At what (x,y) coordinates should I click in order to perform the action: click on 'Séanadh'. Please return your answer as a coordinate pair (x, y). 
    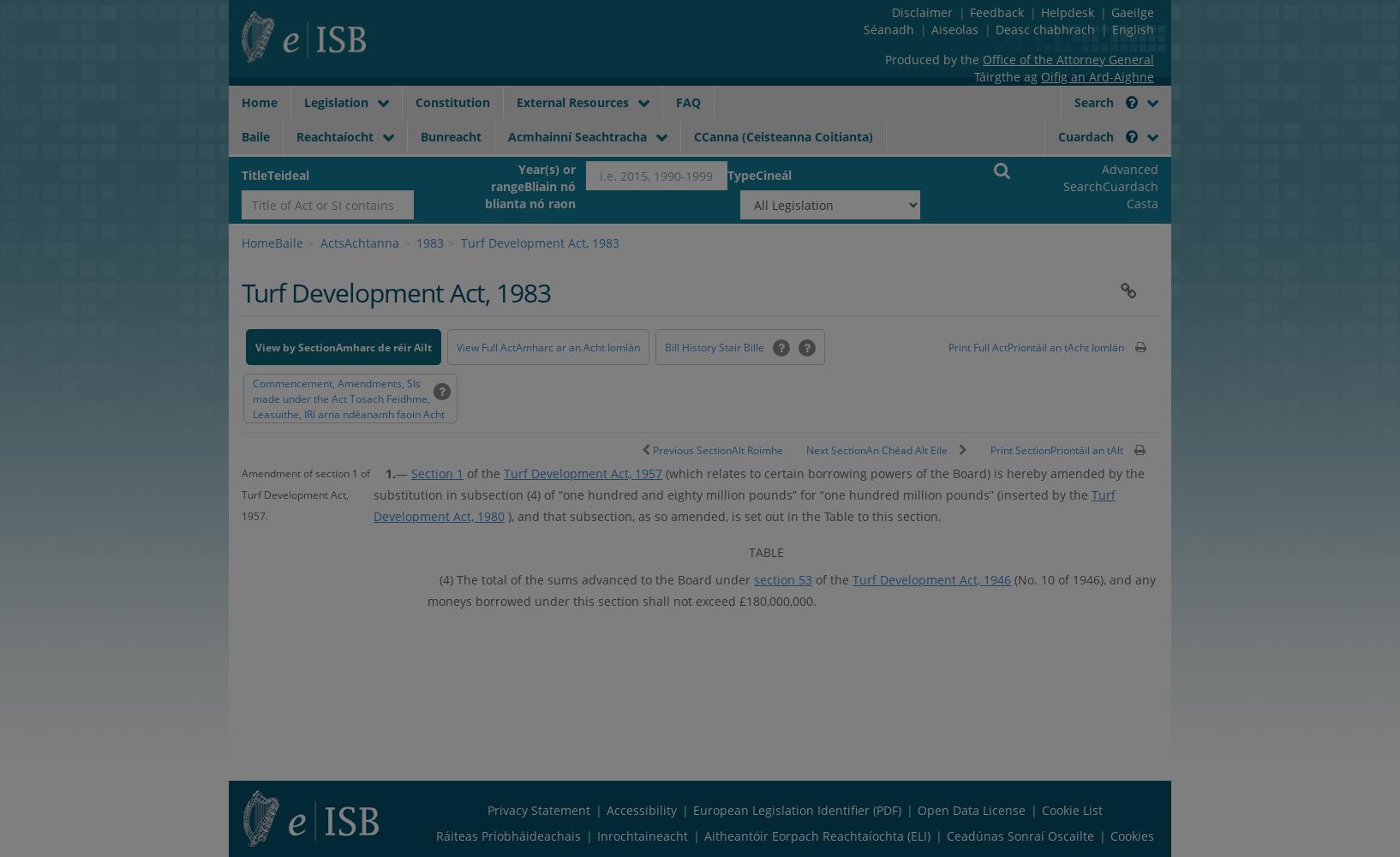
    Looking at the image, I should click on (862, 29).